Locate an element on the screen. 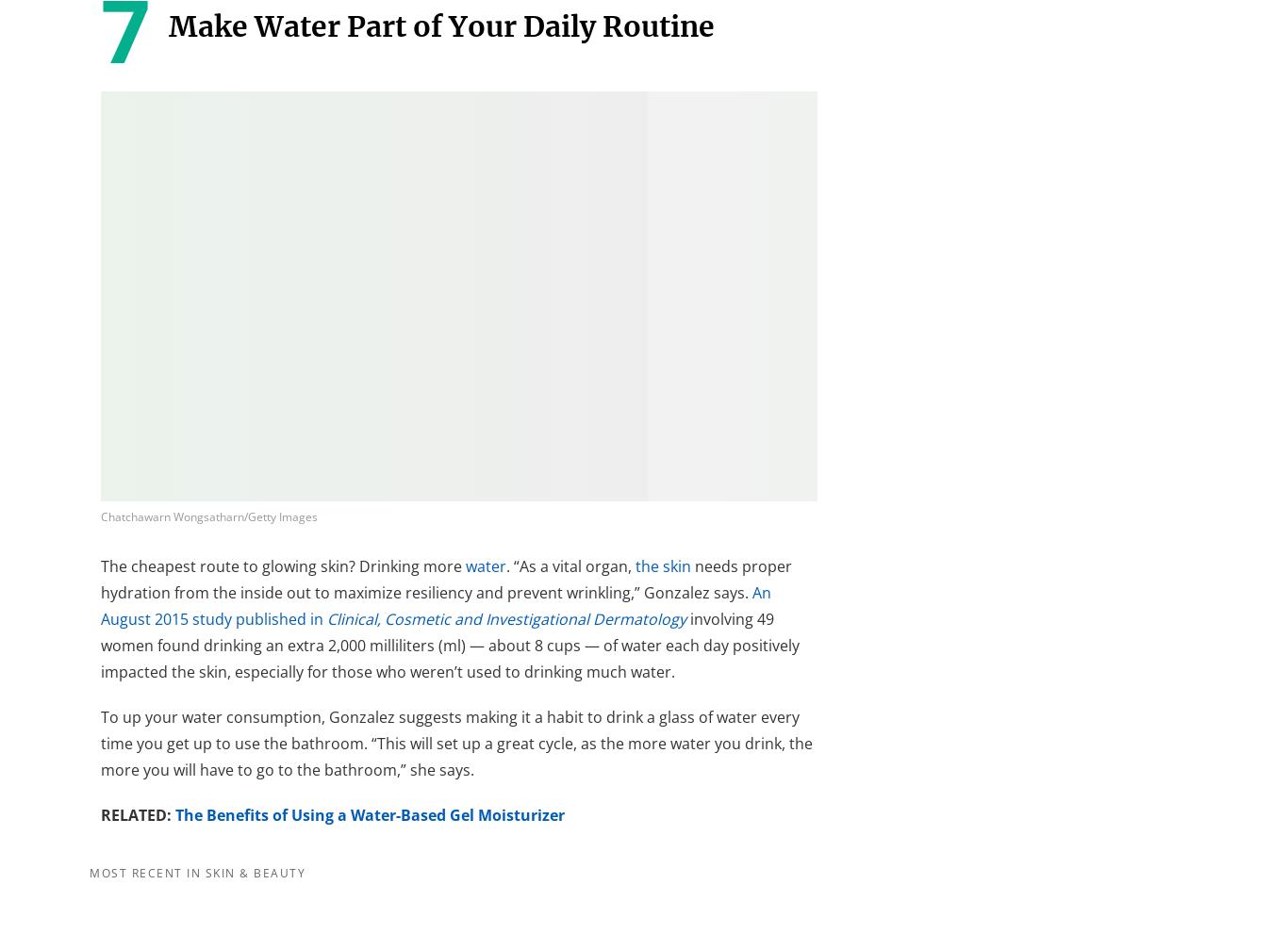  'Chatchawarn Wongsatharn/Getty Images' is located at coordinates (100, 516).